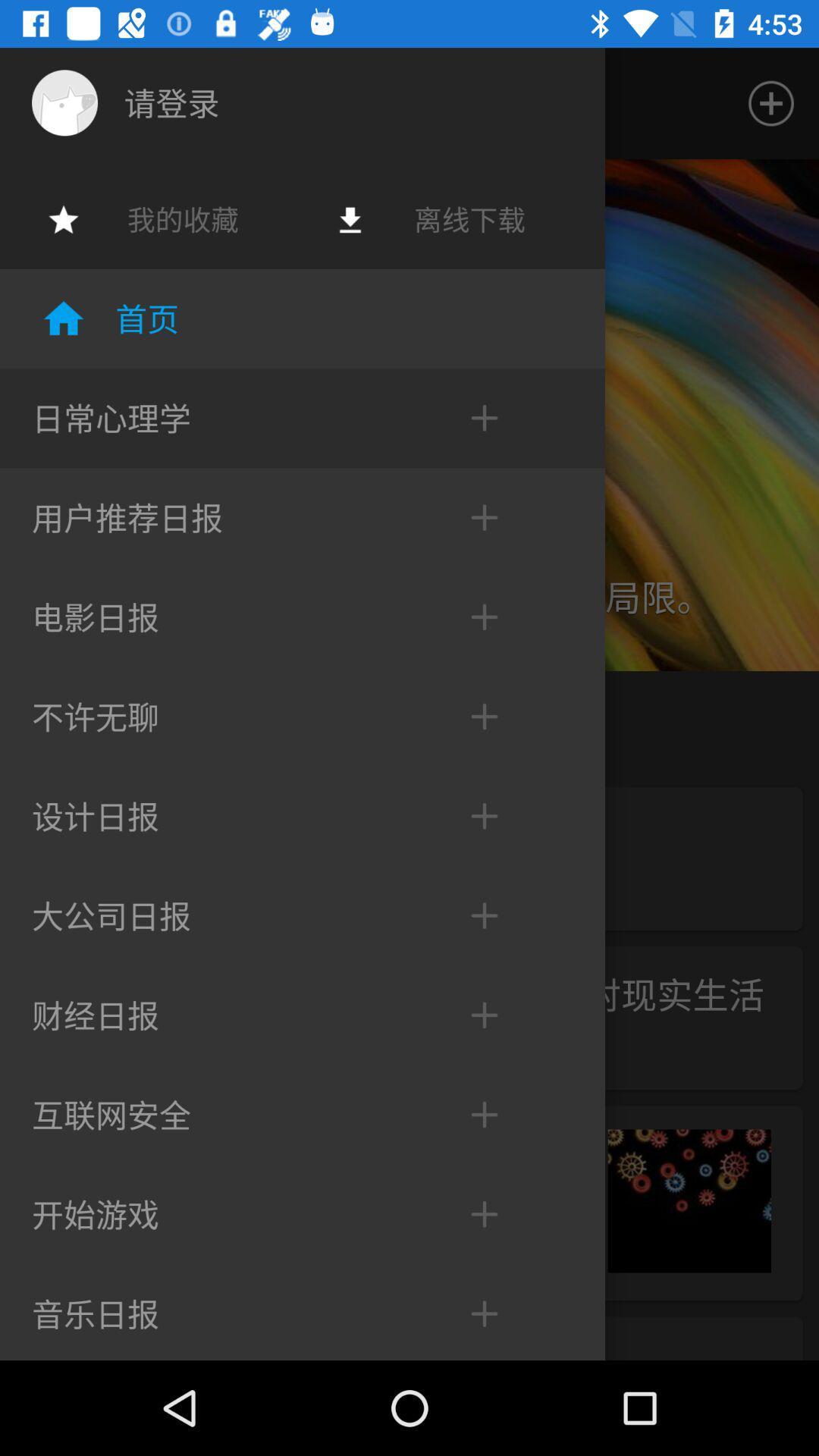 This screenshot has width=819, height=1456. What do you see at coordinates (771, 103) in the screenshot?
I see `the plus icon on the top right` at bounding box center [771, 103].